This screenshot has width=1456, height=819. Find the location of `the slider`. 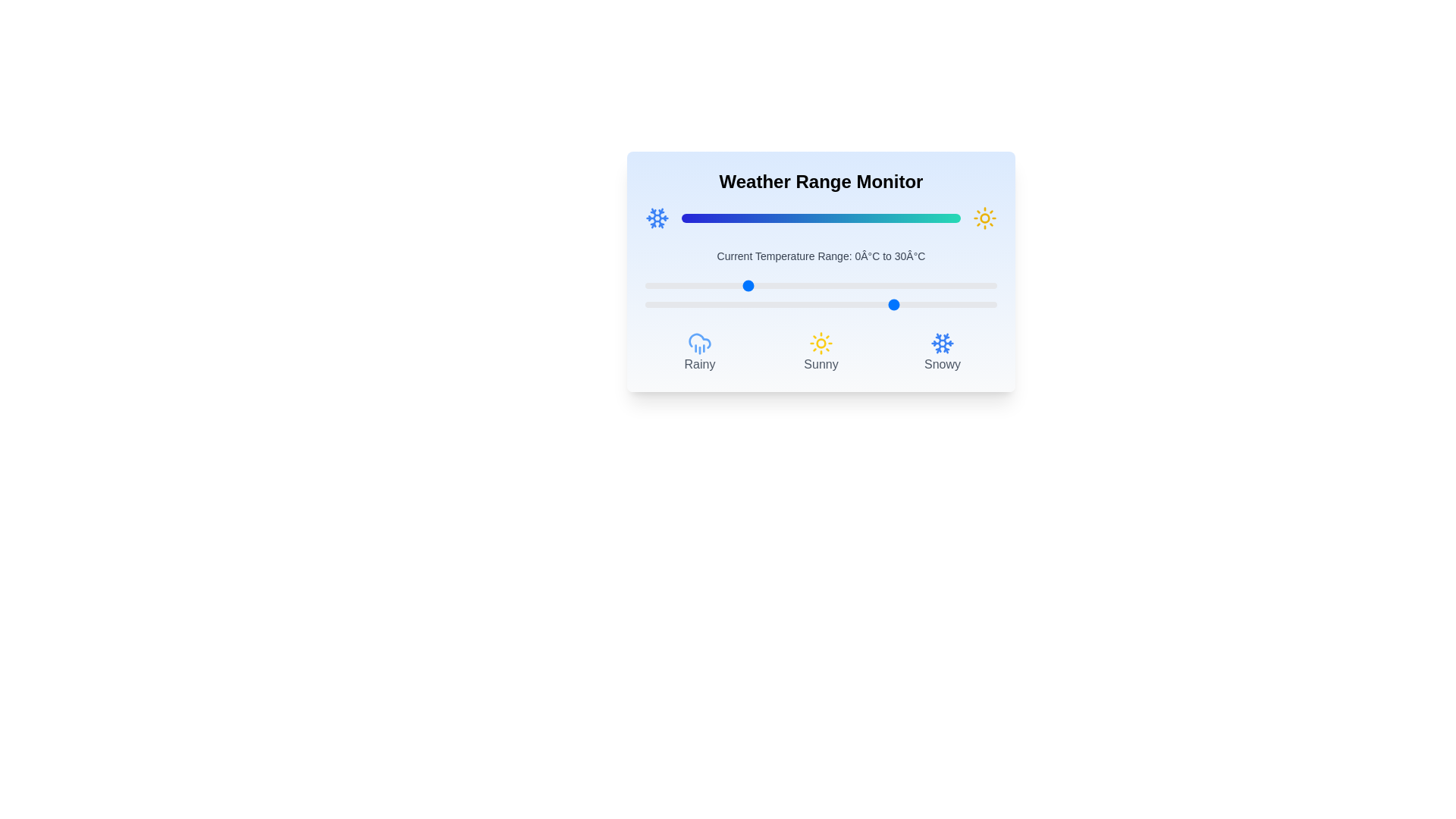

the slider is located at coordinates (790, 286).